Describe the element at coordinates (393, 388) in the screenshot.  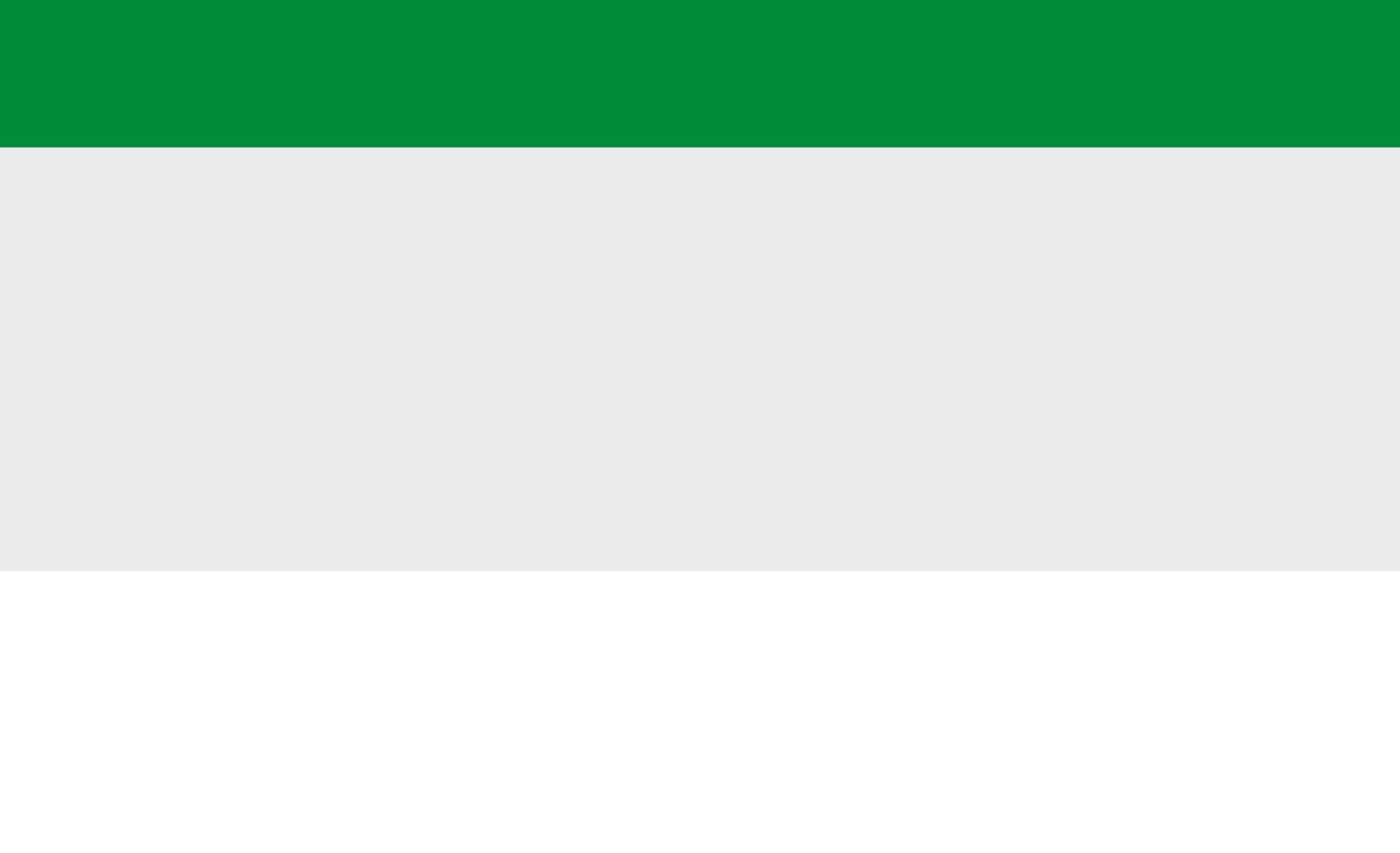
I see `'CCMC # 12894-L: Compliant to ULC-S701.1:17, EPS type 1'` at that location.